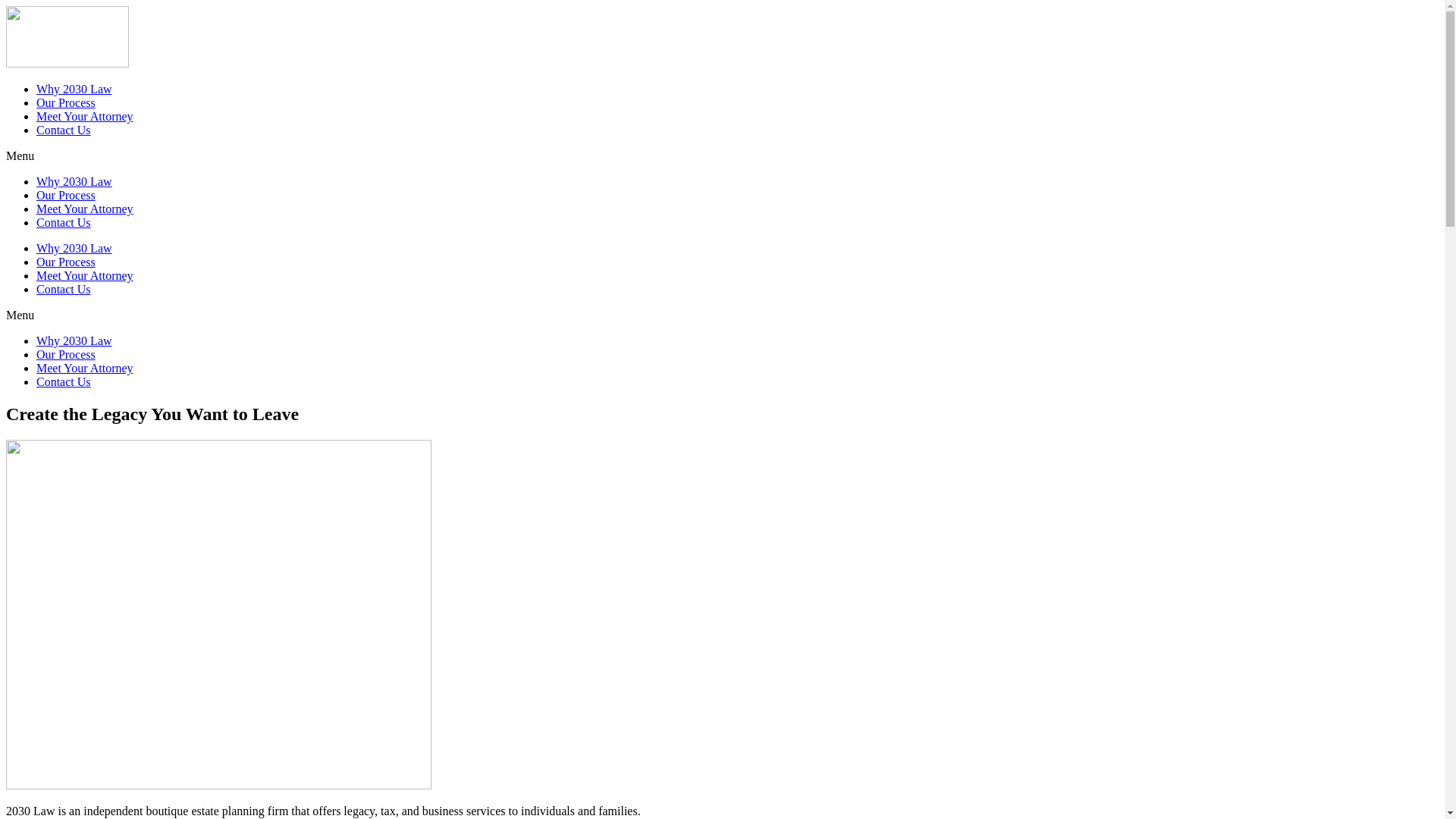 Image resolution: width=1456 pixels, height=819 pixels. Describe the element at coordinates (83, 115) in the screenshot. I see `'Meet Your Attorney'` at that location.